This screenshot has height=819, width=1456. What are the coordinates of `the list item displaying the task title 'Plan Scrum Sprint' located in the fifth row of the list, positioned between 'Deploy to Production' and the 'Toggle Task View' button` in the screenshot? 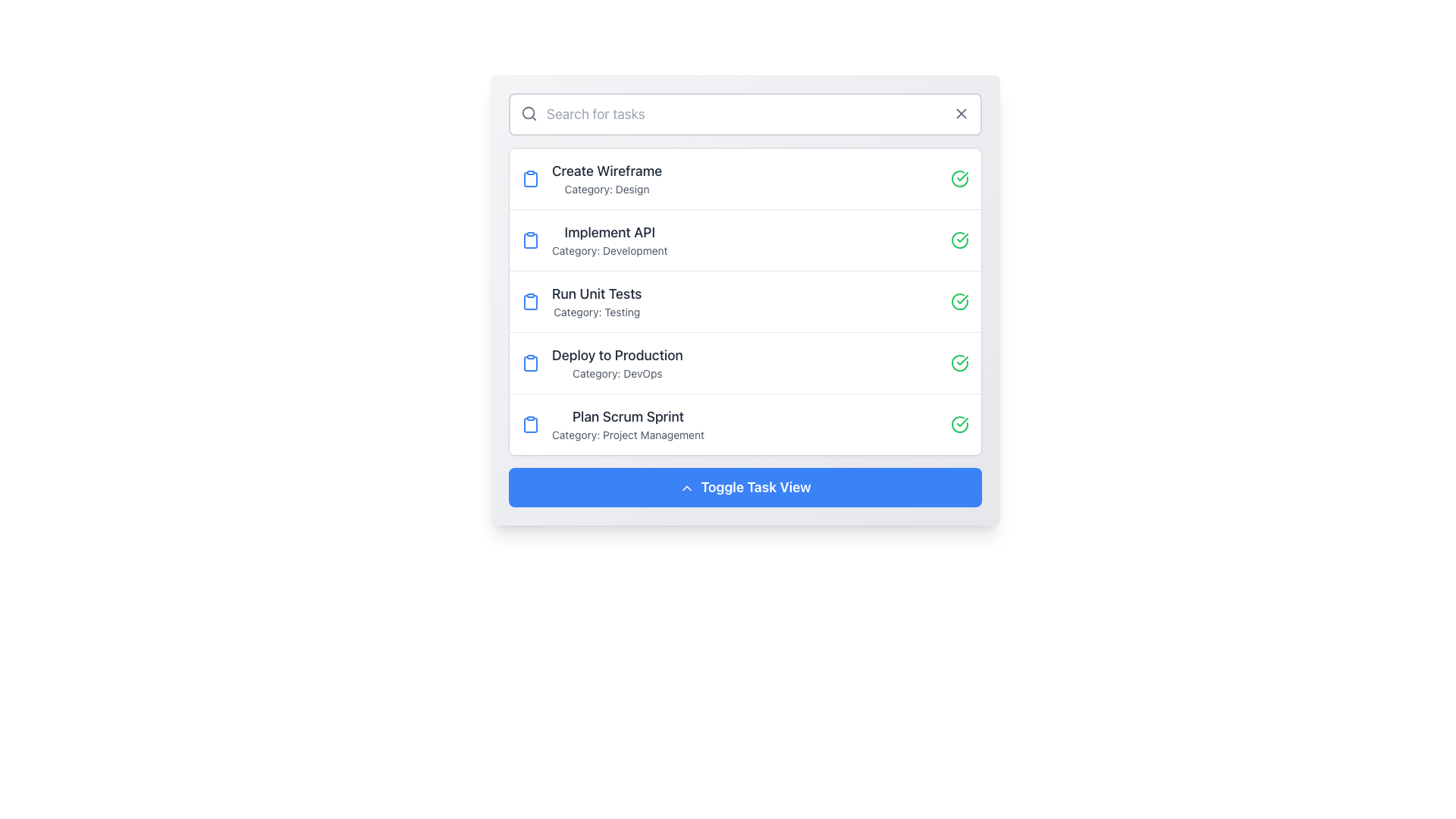 It's located at (628, 424).